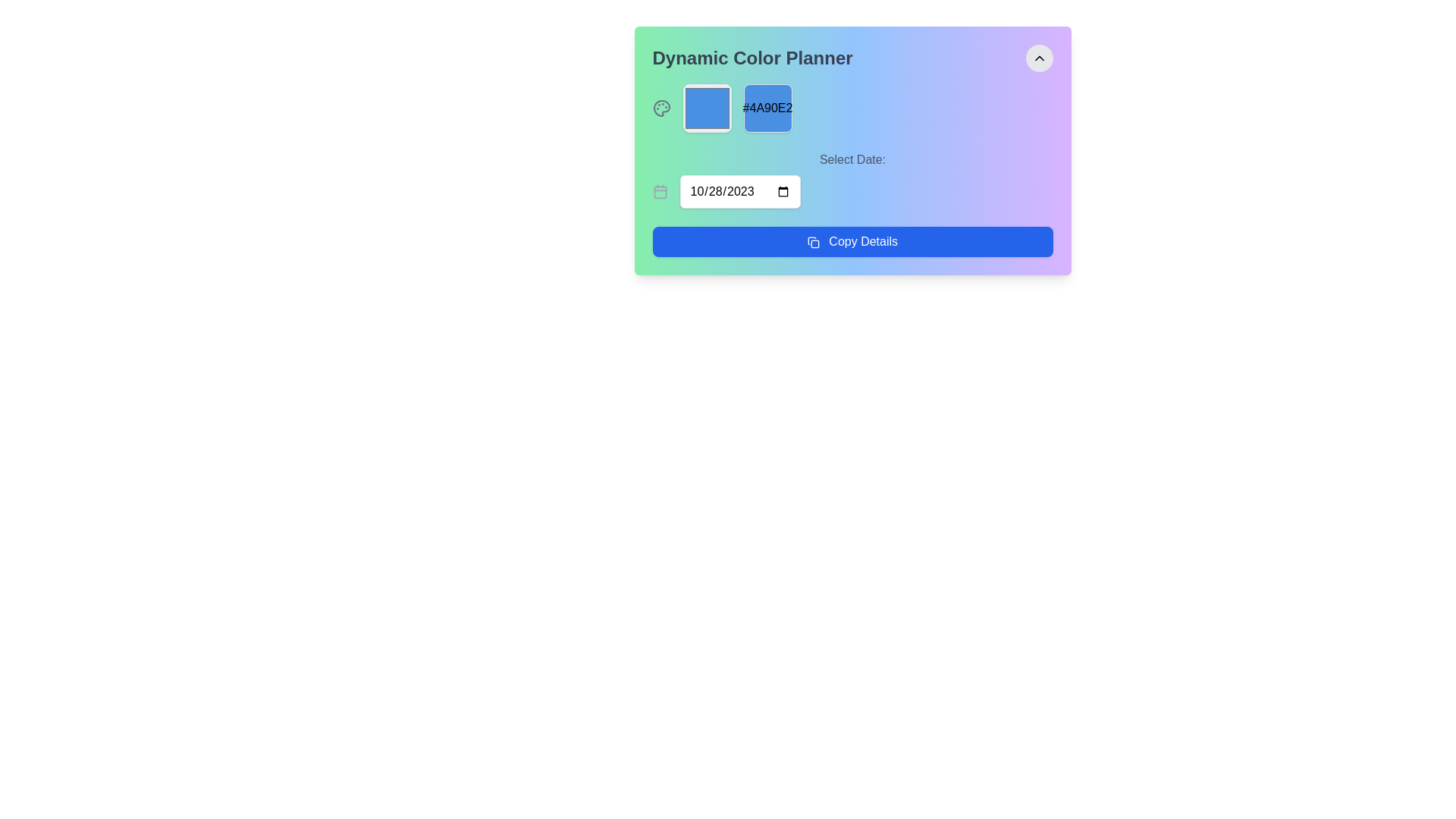 The image size is (1456, 819). What do you see at coordinates (852, 160) in the screenshot?
I see `the text label that reads 'Select Date:' which is styled in medium gray color and positioned above the date picker input field` at bounding box center [852, 160].